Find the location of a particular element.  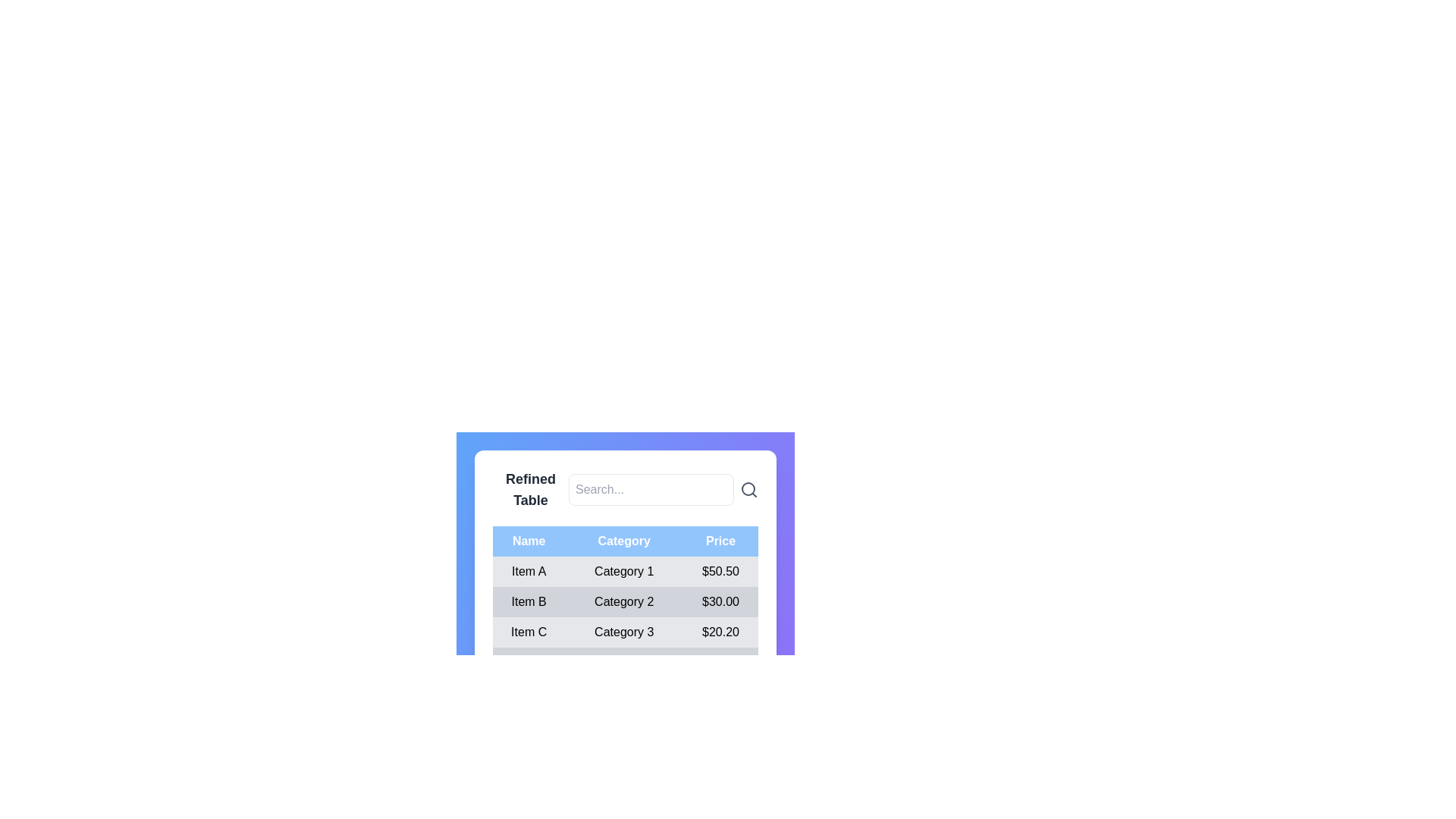

the 'Category 2' text label located is located at coordinates (624, 601).